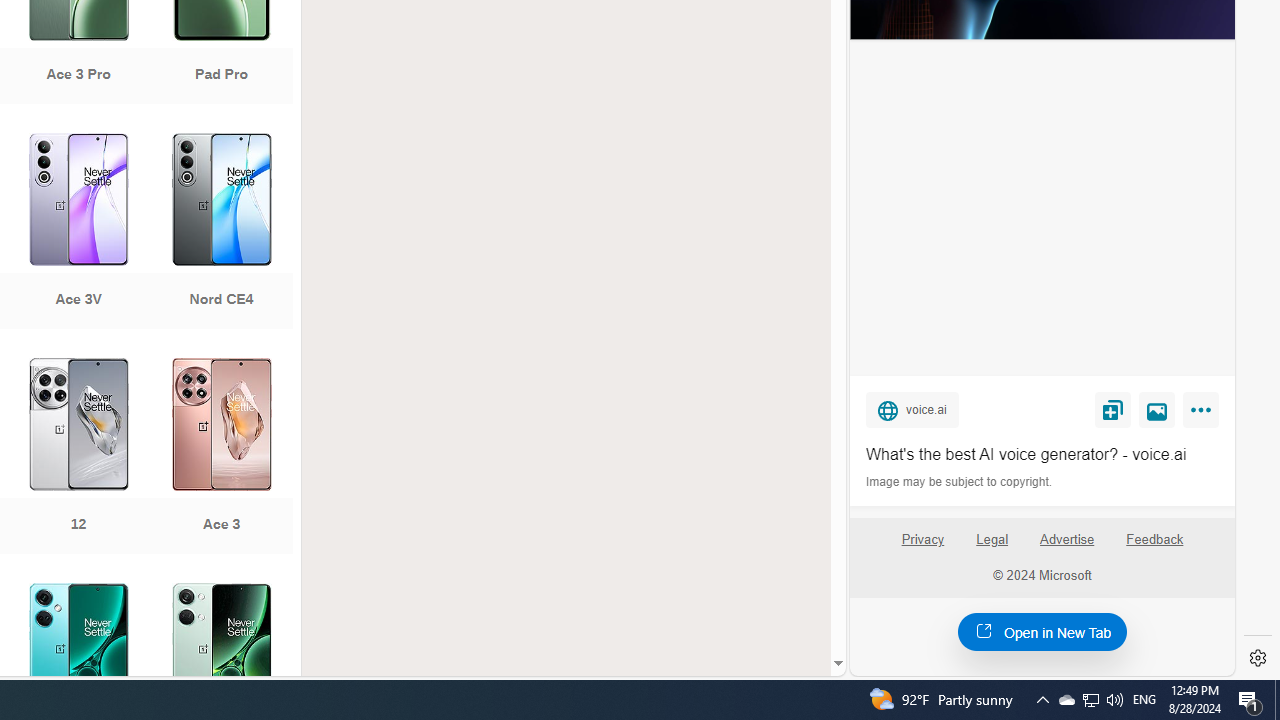  Describe the element at coordinates (992, 538) in the screenshot. I see `'Legal'` at that location.